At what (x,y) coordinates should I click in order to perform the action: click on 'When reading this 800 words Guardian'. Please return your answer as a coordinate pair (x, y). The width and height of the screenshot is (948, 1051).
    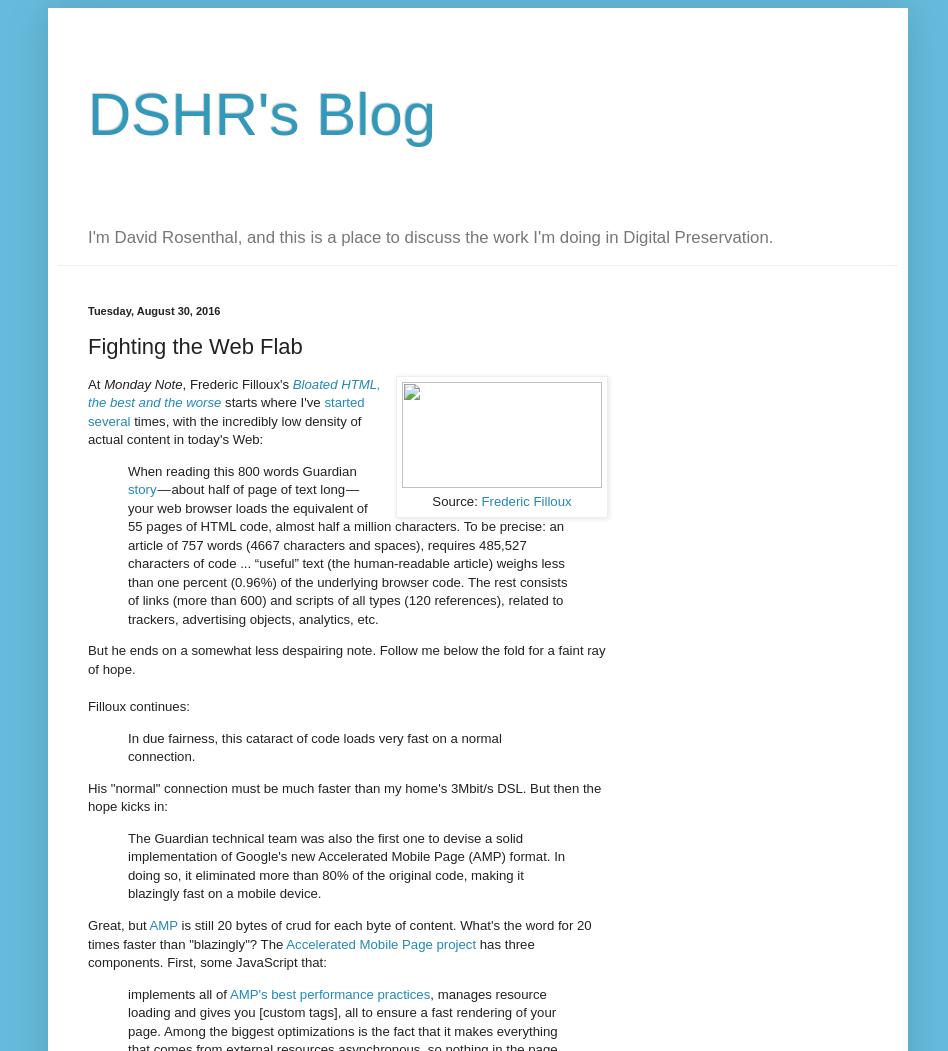
    Looking at the image, I should click on (242, 469).